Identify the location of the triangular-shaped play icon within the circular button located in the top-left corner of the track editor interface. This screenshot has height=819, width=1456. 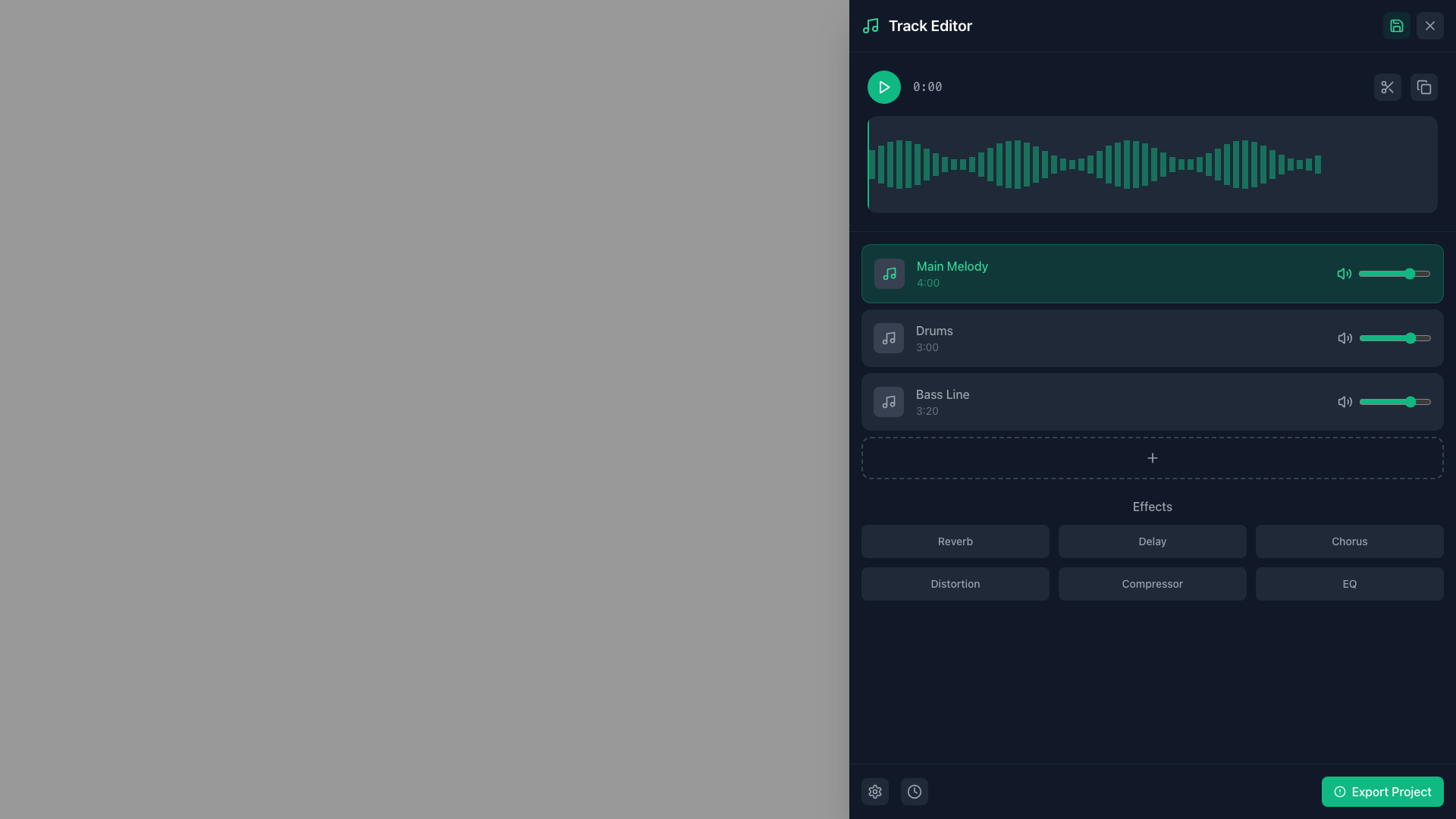
(884, 87).